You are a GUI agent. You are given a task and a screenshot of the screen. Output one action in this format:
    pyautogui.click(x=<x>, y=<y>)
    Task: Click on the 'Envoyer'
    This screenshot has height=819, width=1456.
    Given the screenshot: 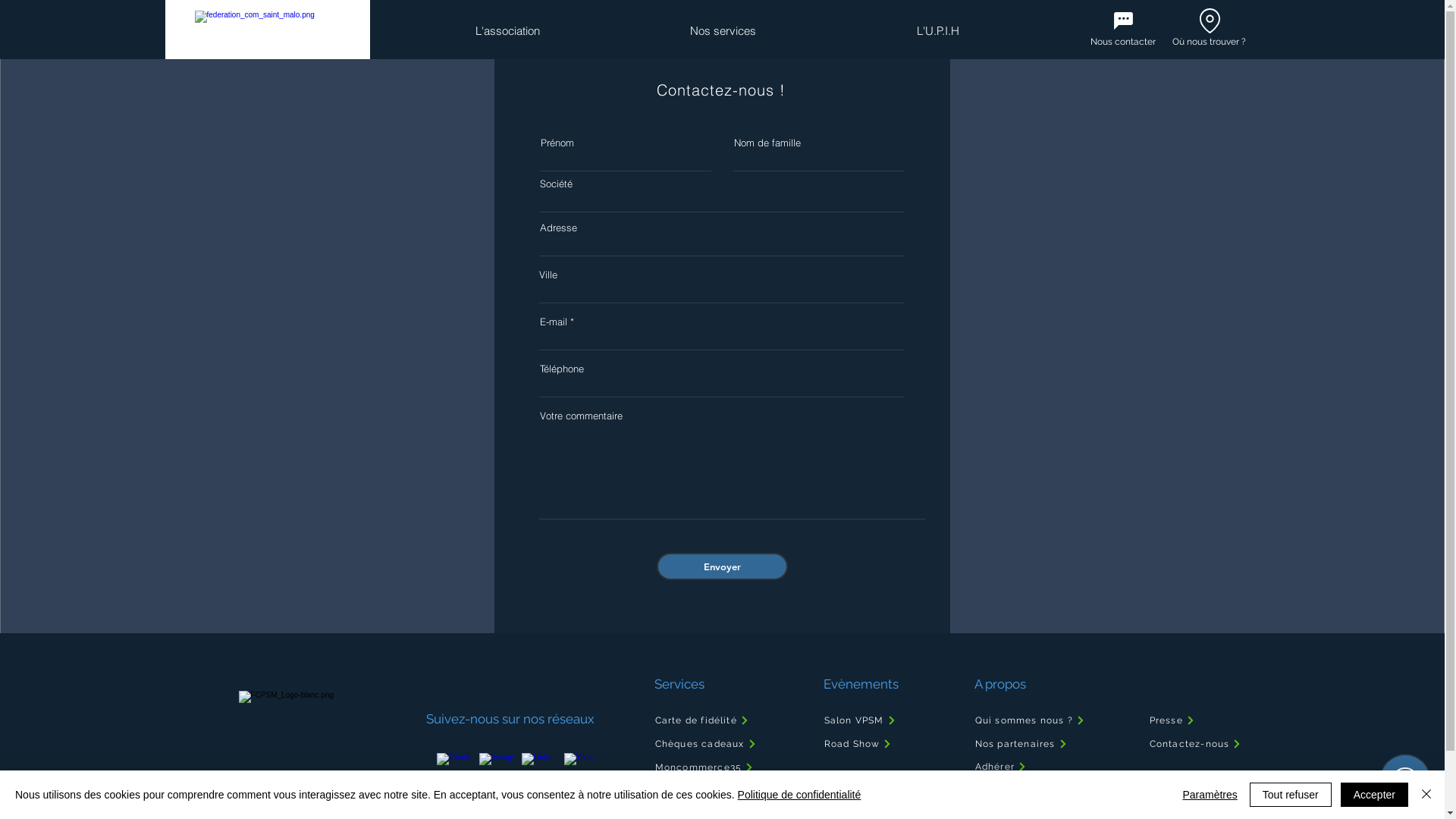 What is the action you would take?
    pyautogui.click(x=721, y=566)
    